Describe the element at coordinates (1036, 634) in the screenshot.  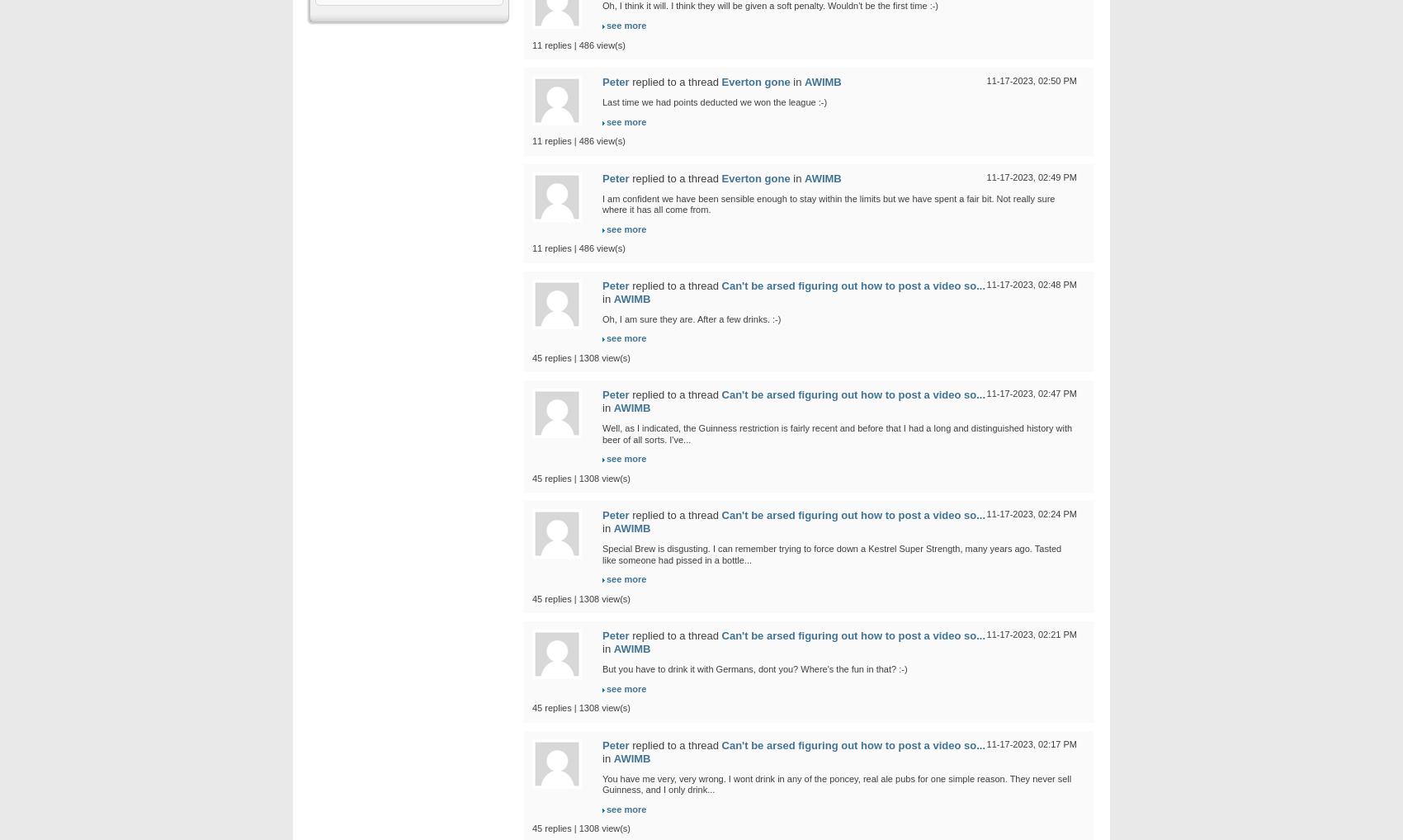
I see `'02:21 PM'` at that location.